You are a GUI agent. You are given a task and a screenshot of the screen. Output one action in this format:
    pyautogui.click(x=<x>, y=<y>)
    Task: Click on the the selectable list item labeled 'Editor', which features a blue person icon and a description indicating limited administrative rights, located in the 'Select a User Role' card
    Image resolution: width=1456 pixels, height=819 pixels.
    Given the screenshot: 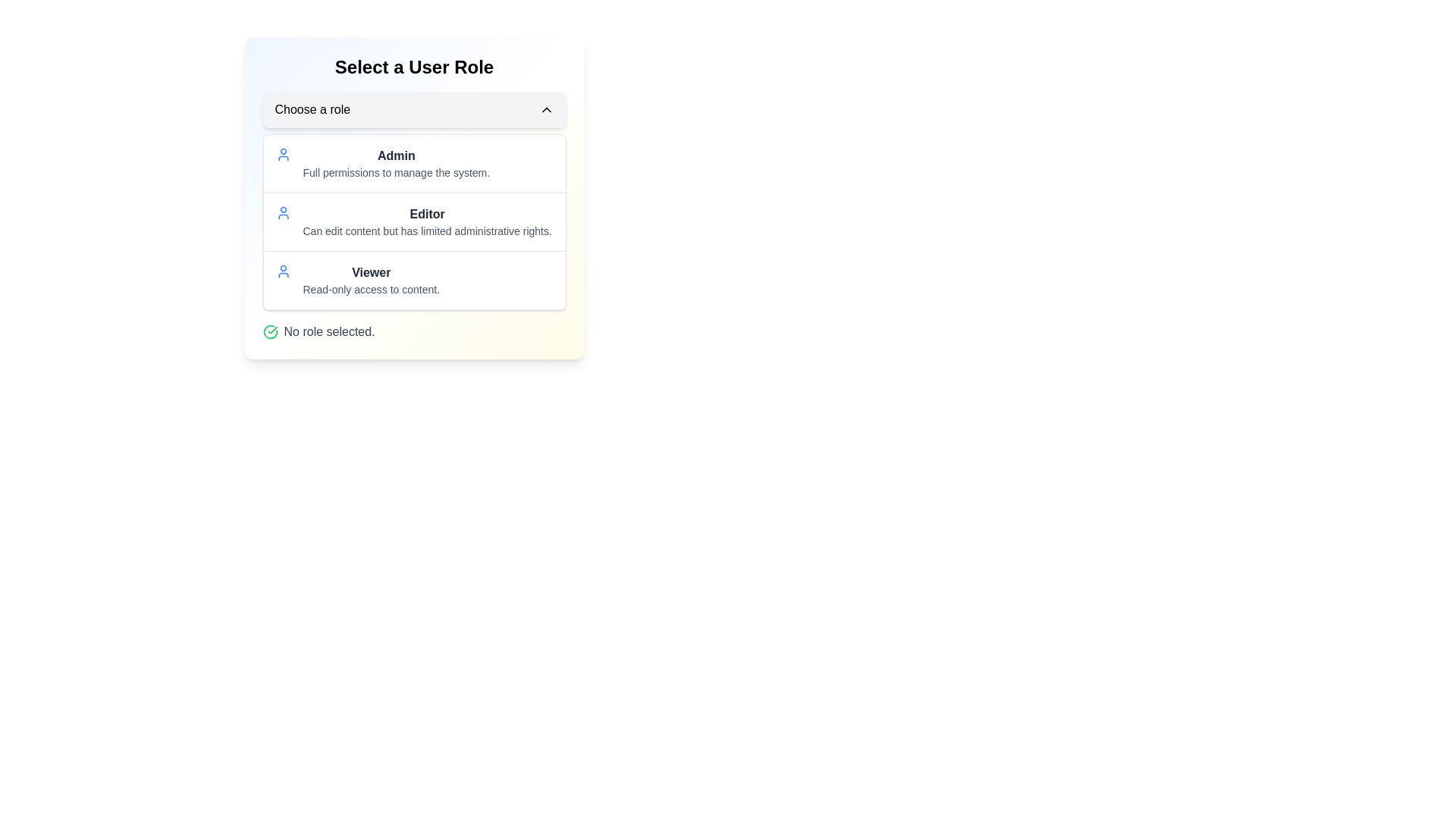 What is the action you would take?
    pyautogui.click(x=414, y=222)
    